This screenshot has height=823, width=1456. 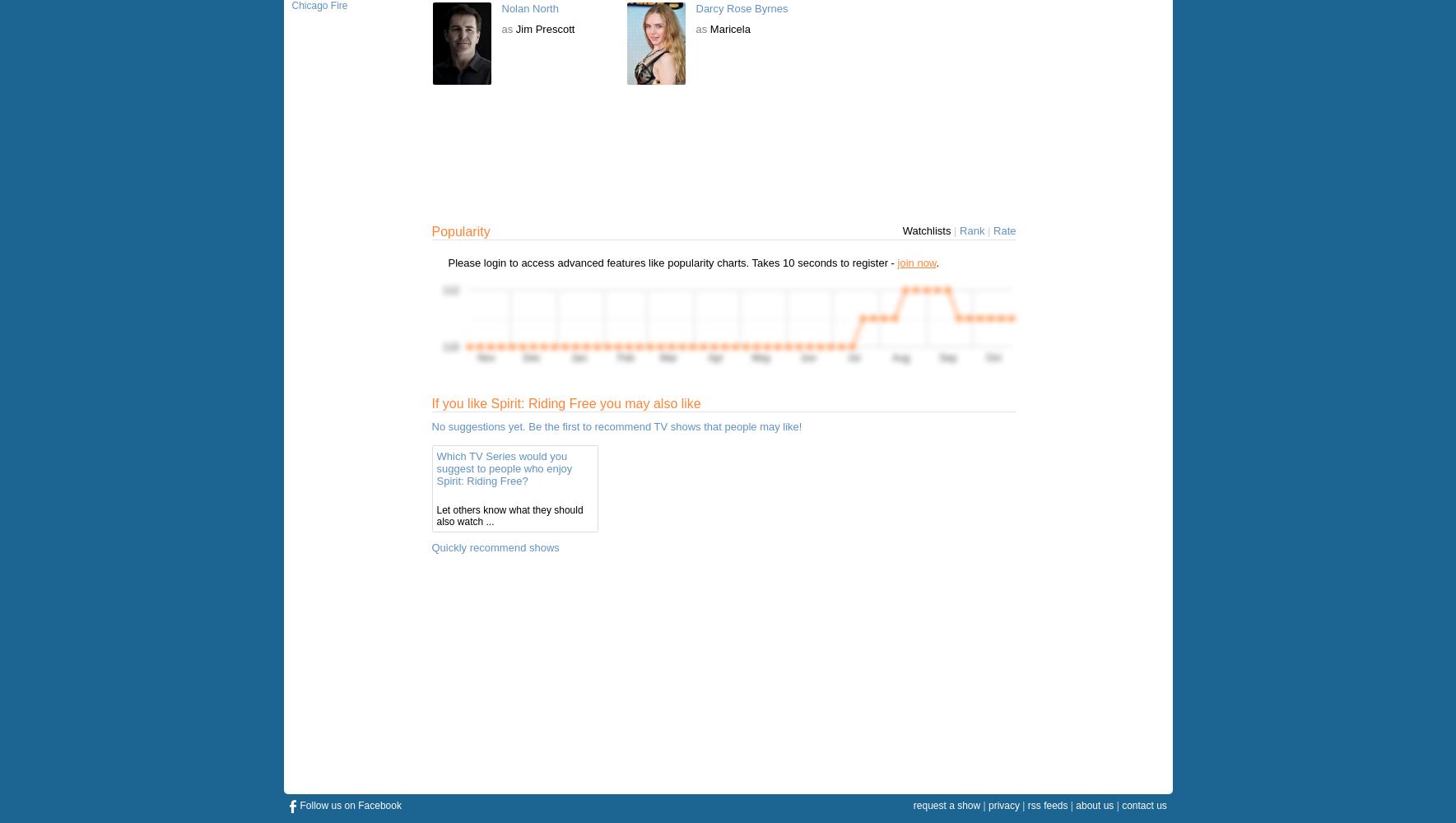 What do you see at coordinates (370, 805) in the screenshot?
I see `'on Facebook'` at bounding box center [370, 805].